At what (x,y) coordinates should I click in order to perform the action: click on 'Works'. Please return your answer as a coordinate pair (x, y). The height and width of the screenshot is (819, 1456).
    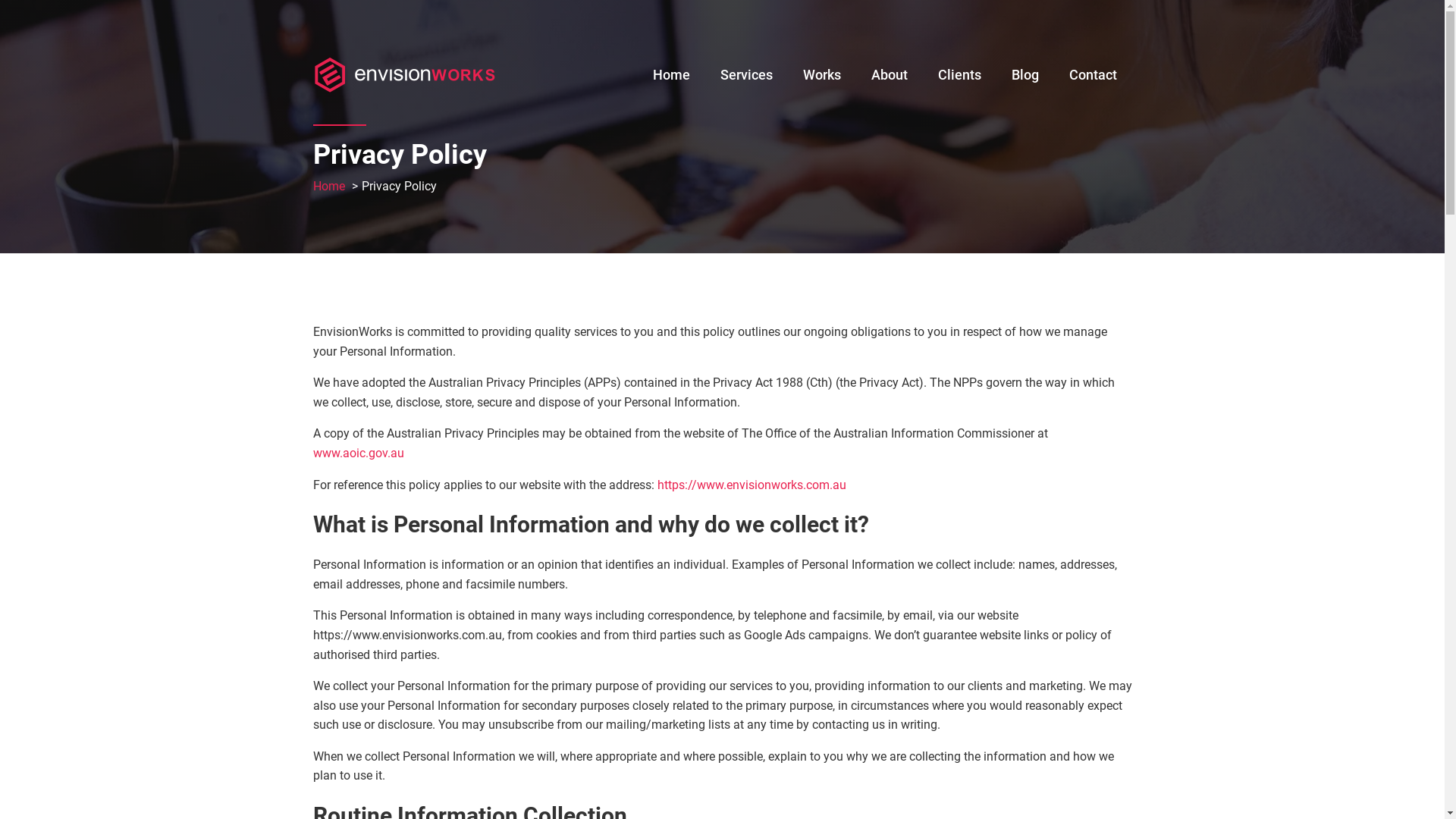
    Looking at the image, I should click on (821, 71).